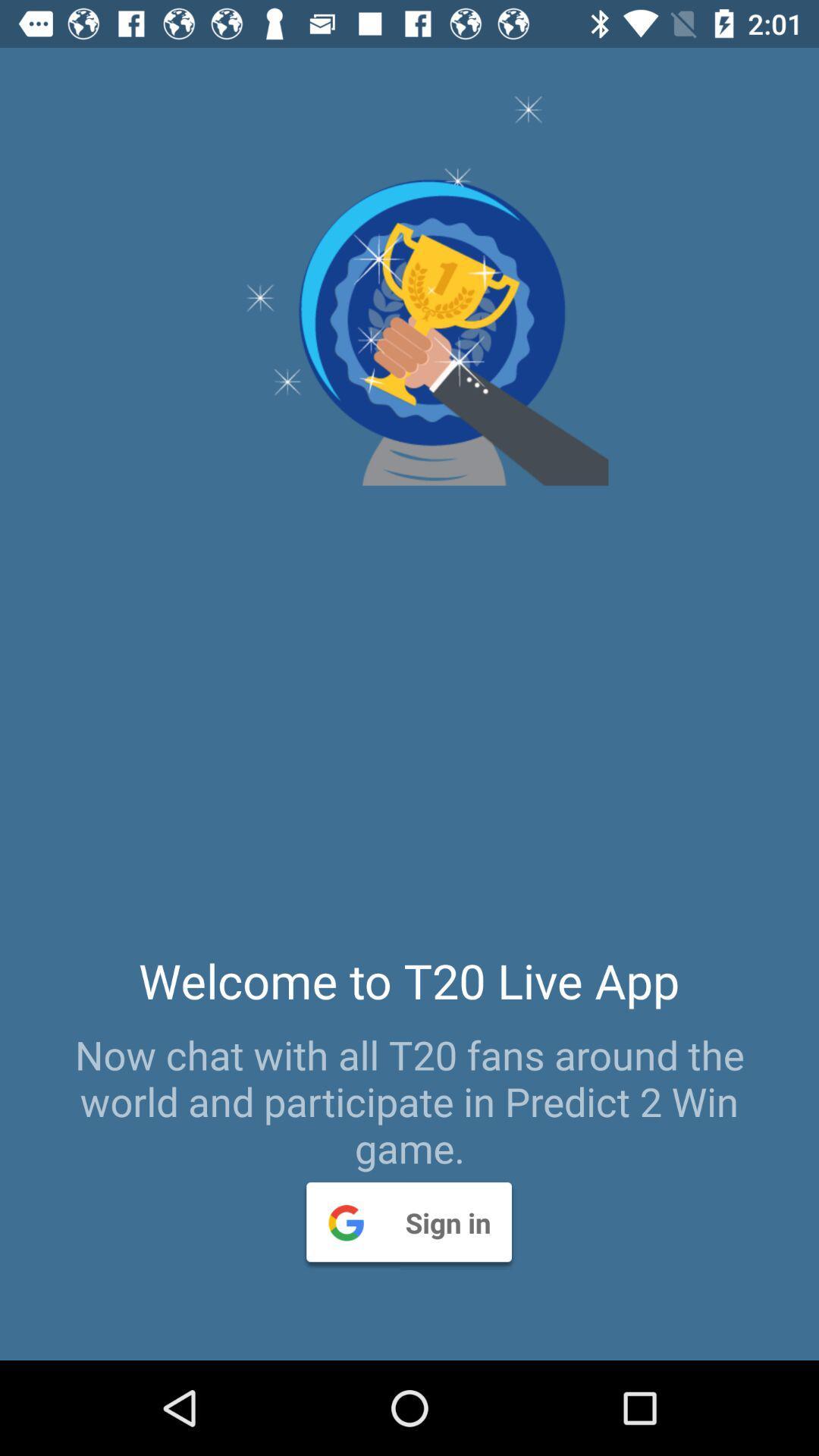 The height and width of the screenshot is (1456, 819). Describe the element at coordinates (408, 1222) in the screenshot. I see `sign in item` at that location.